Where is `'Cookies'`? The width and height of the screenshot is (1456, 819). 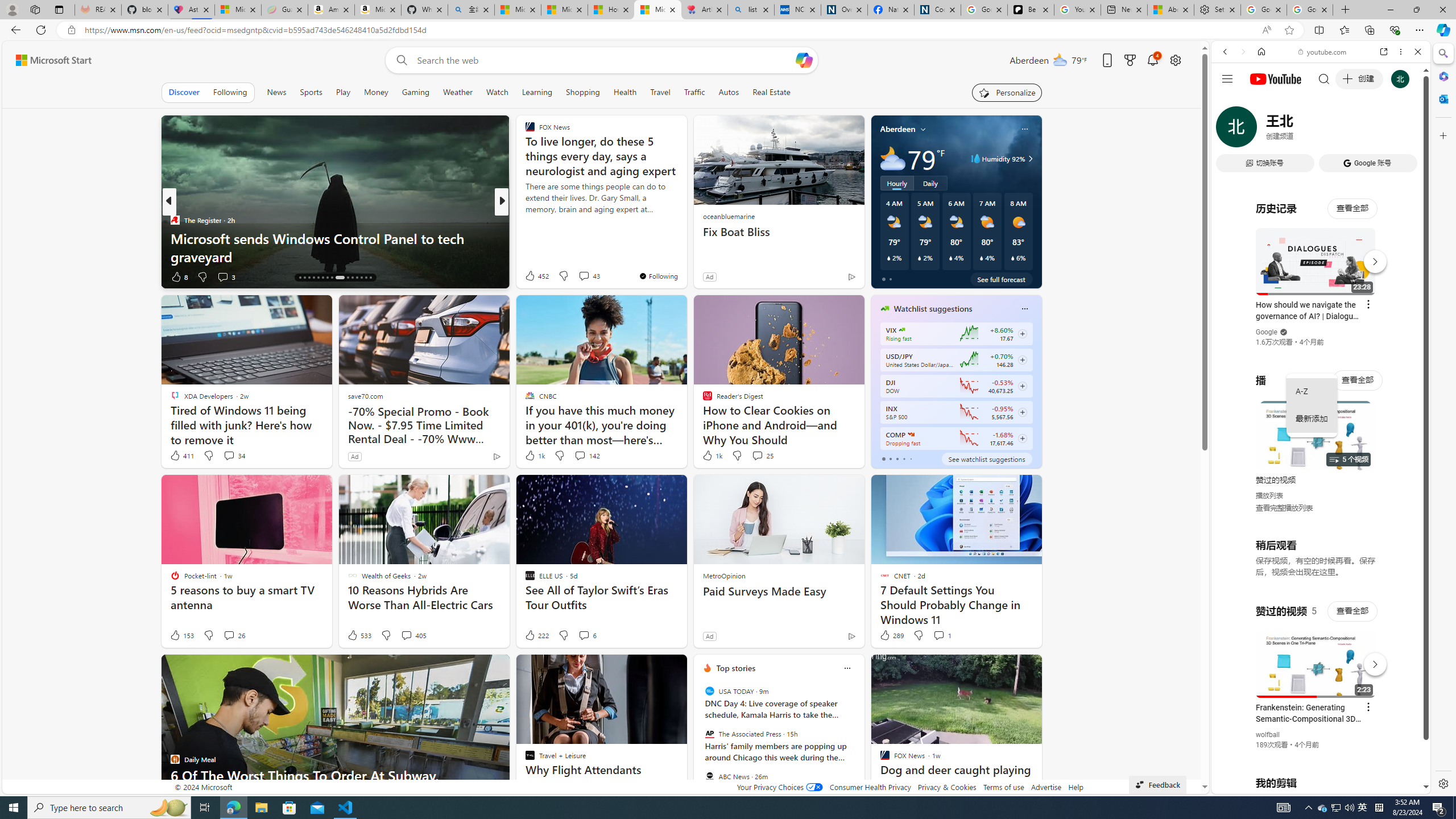
'Cookies' is located at coordinates (937, 9).